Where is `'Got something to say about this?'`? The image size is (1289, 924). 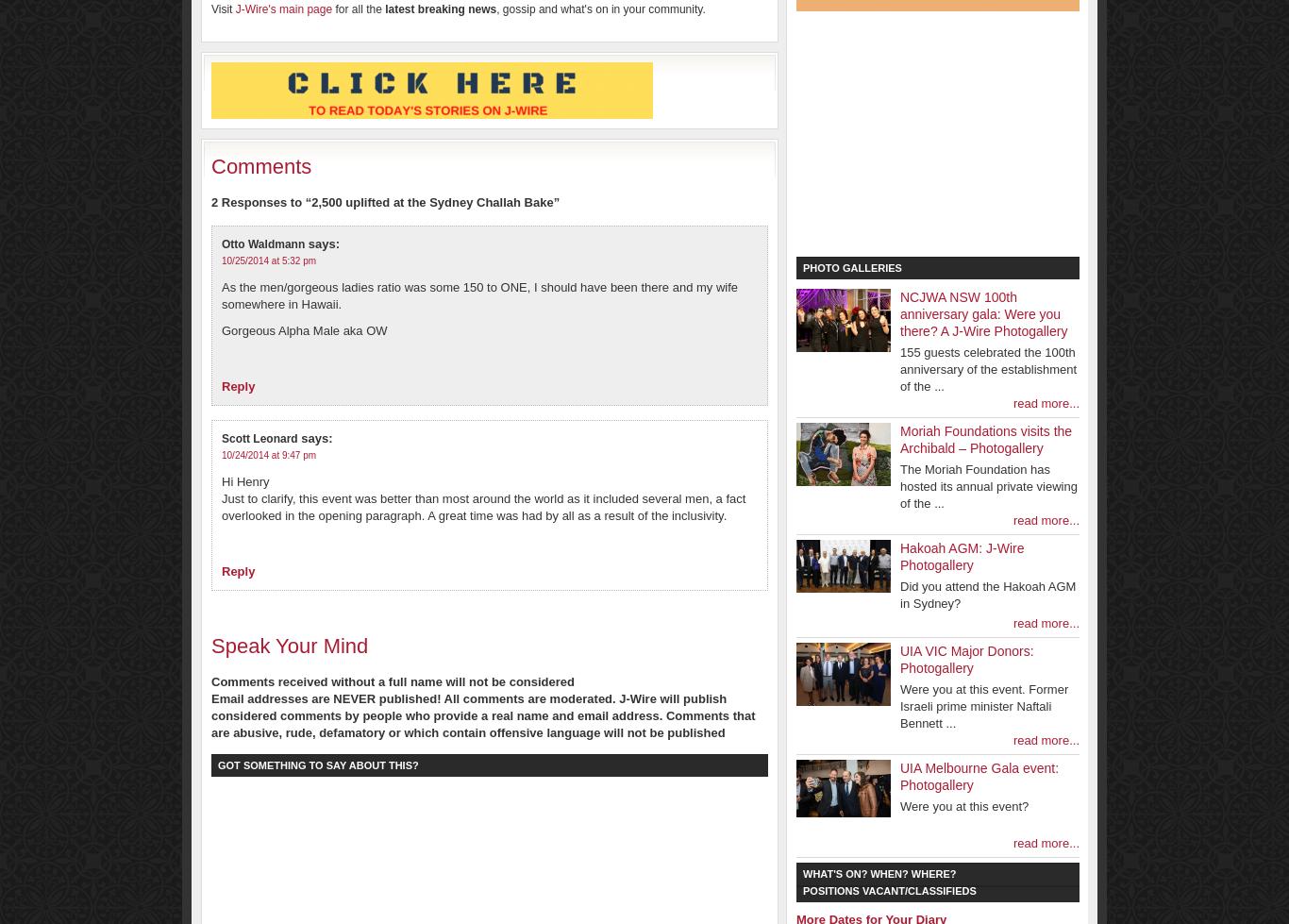
'Got something to say about this?' is located at coordinates (317, 764).